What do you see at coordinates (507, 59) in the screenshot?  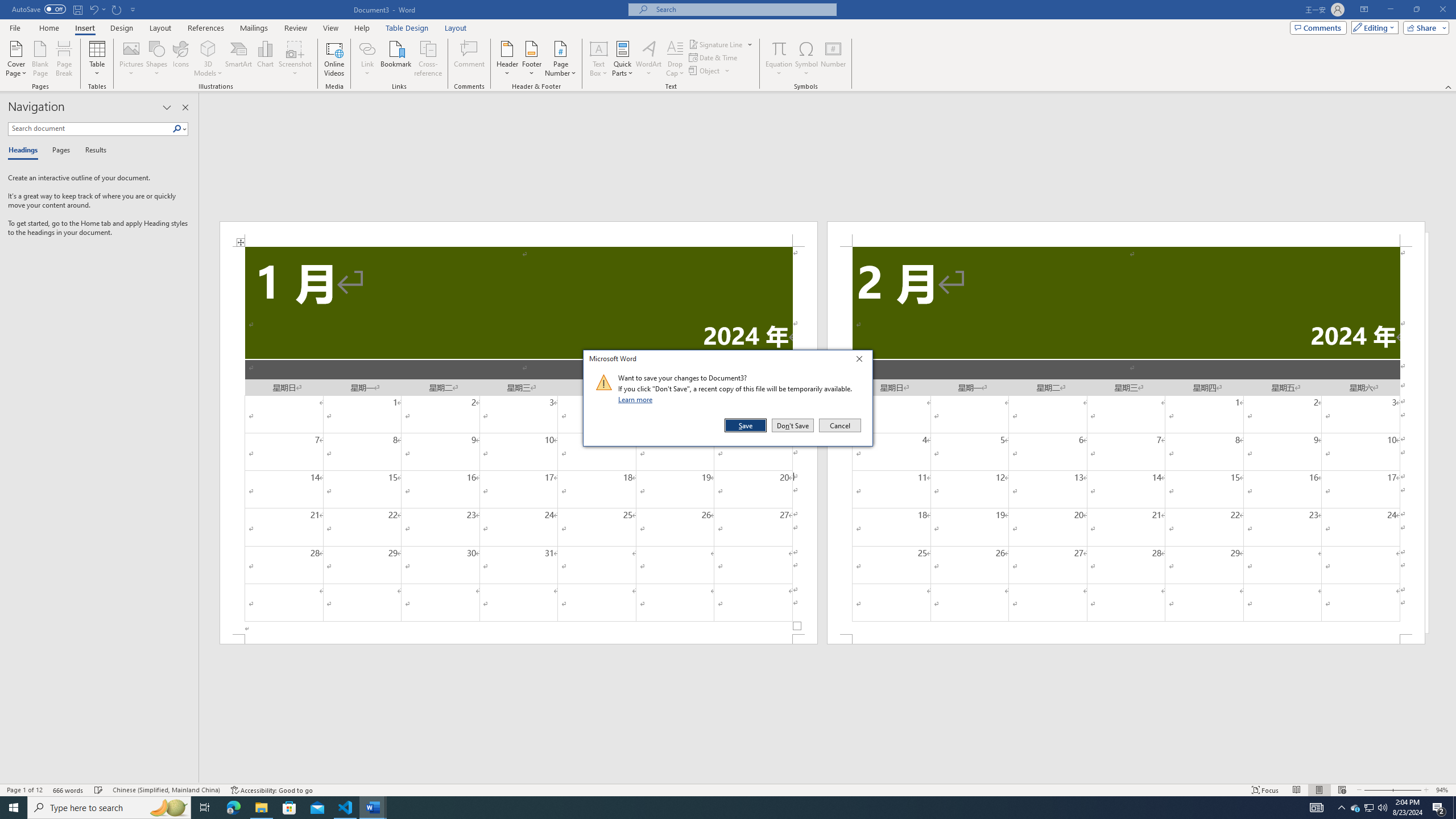 I see `'Header'` at bounding box center [507, 59].